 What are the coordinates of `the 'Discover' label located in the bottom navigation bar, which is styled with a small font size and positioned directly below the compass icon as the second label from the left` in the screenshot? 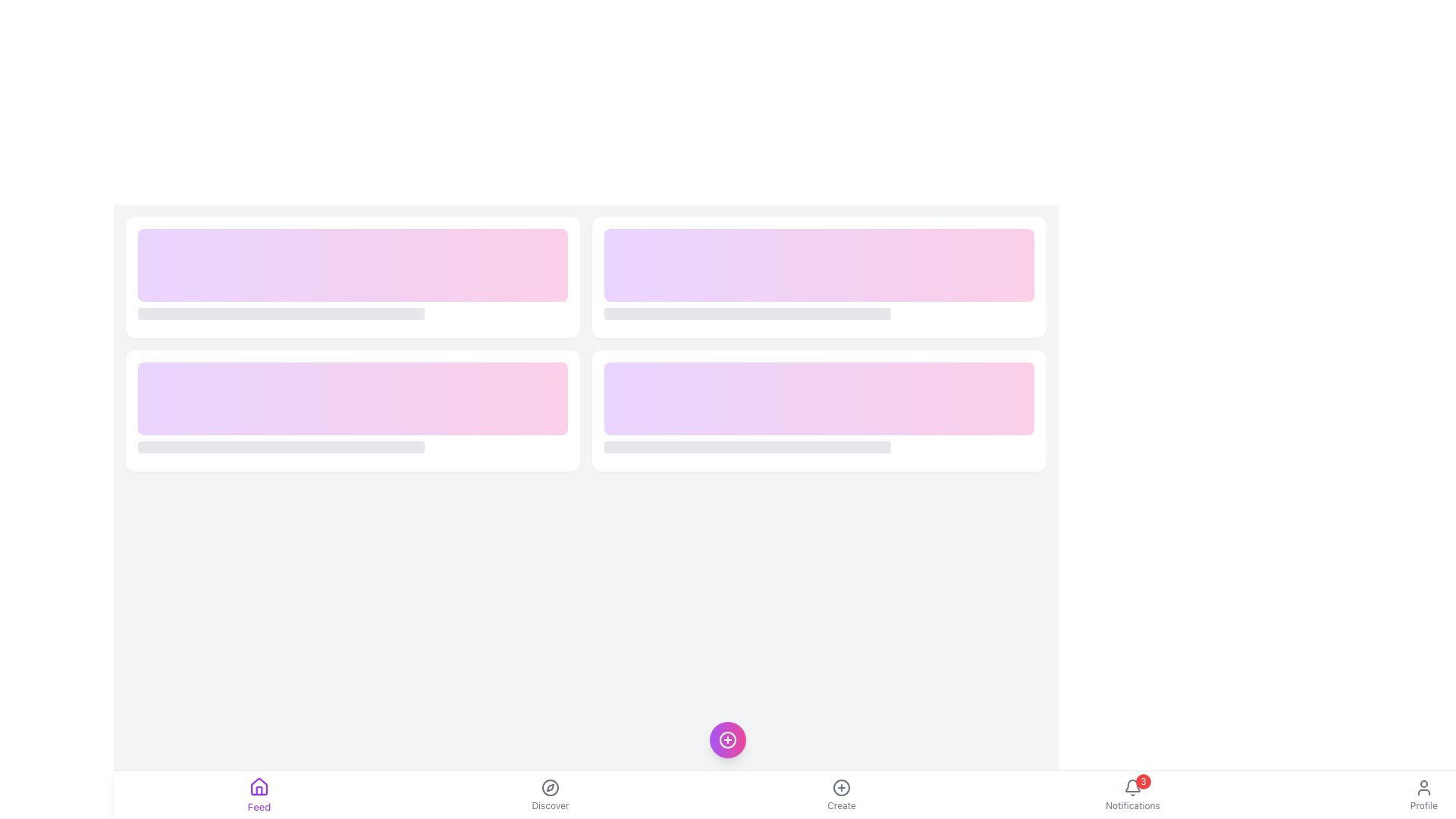 It's located at (549, 805).